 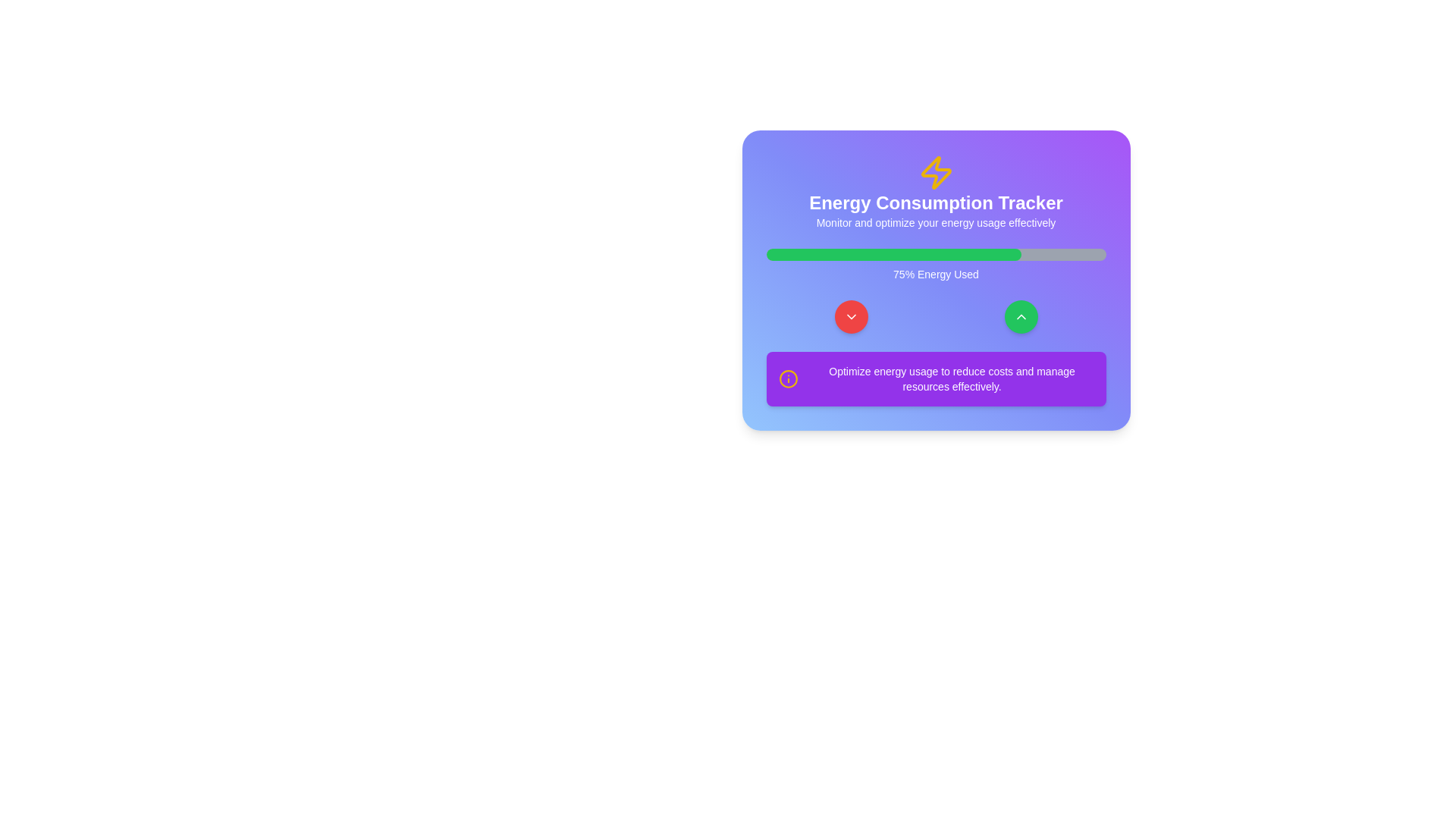 I want to click on the progress bar styled as a progress indicator, located below the title 'Energy Consumption Tracker' and above the text '75% Energy Used', so click(x=935, y=253).